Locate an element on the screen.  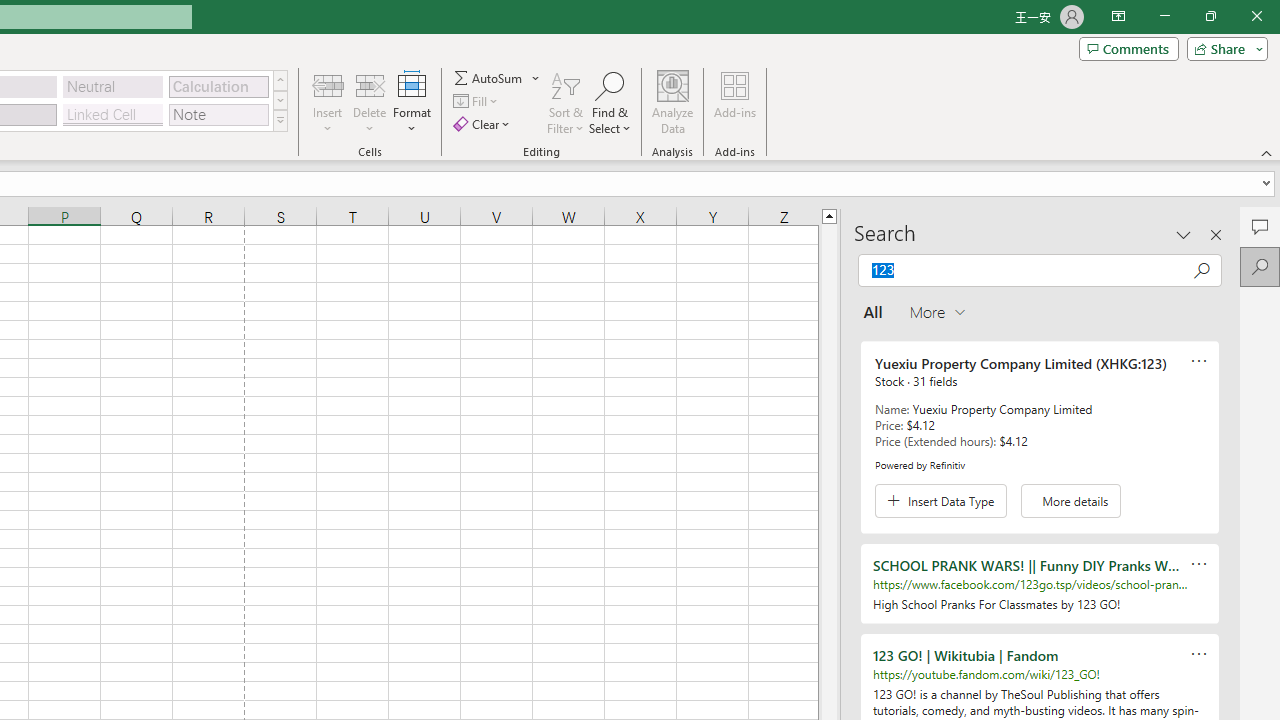
'Note' is located at coordinates (218, 114).